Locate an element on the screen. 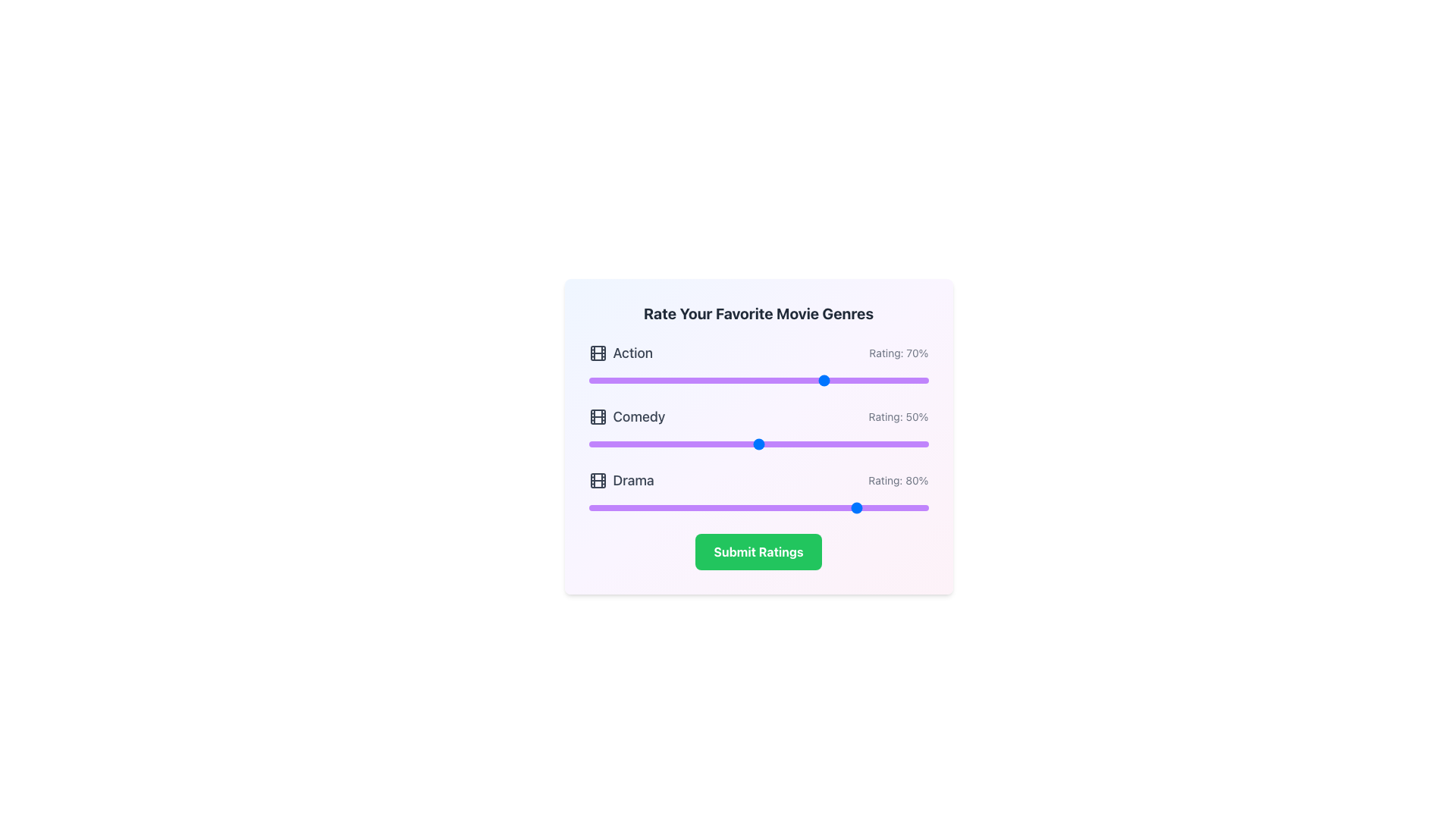  the slider value is located at coordinates (891, 508).